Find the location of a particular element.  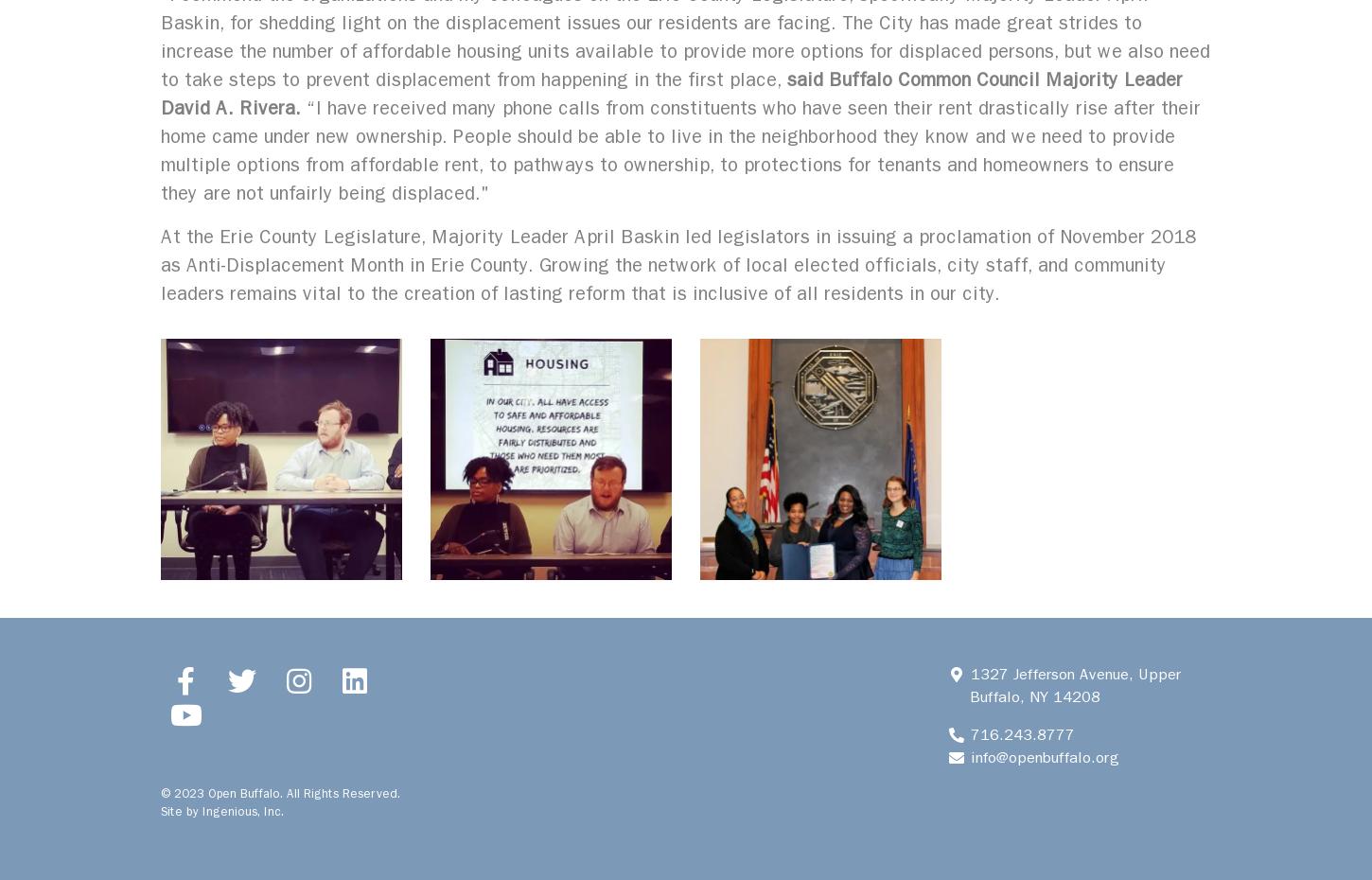

'“I have received many phone calls from constituents who have seen their rent drastically rise after their home came under new ownership. People should be able to live in the neighborhood they know and we need to provide multiple options from affordable rent, to pathways to ownership, to protections for tenants and homeowners to ensure they are not unfairly being displaced."' is located at coordinates (679, 150).